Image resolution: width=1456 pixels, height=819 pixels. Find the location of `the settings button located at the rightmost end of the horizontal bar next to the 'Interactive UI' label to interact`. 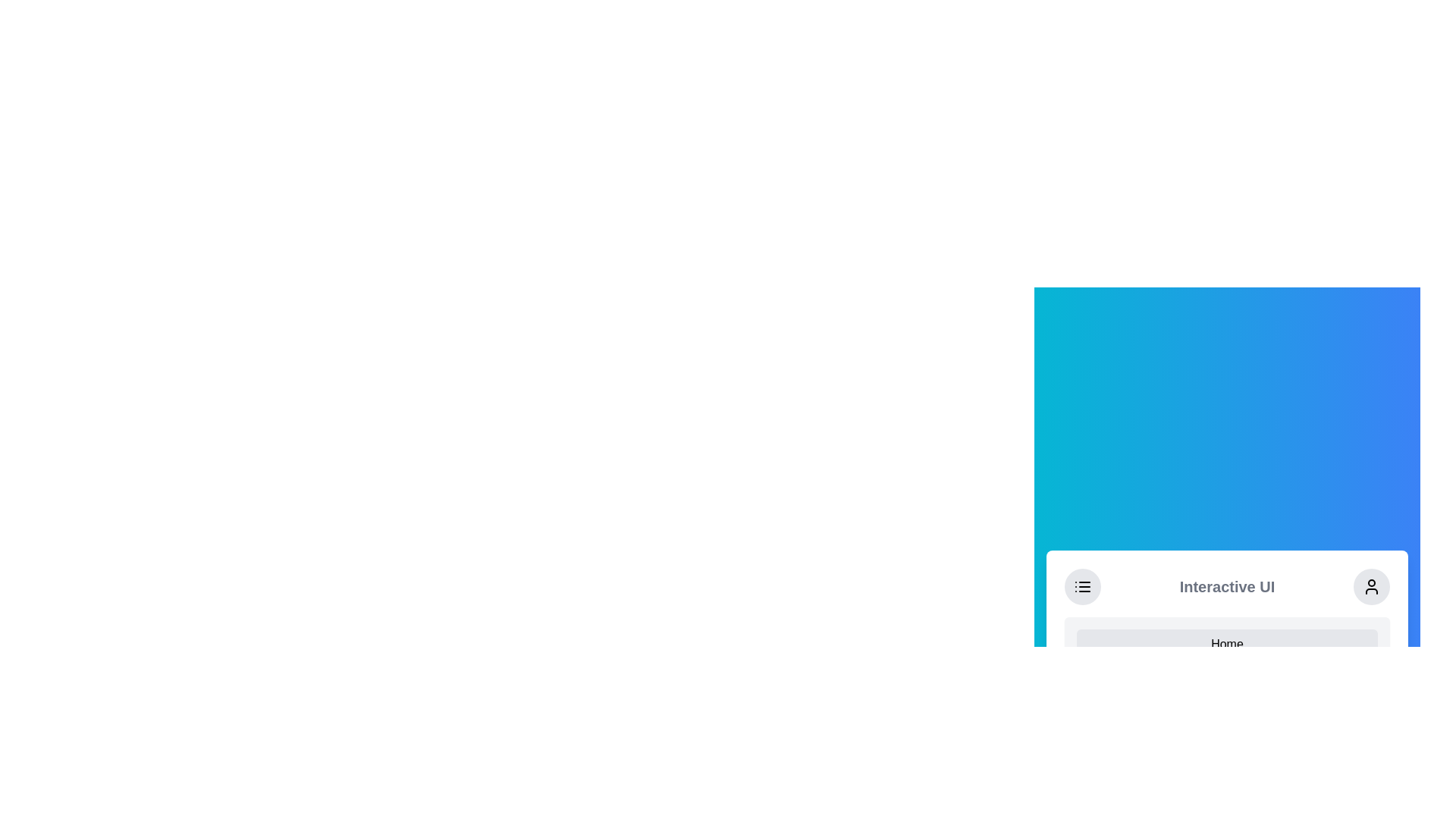

the settings button located at the rightmost end of the horizontal bar next to the 'Interactive UI' label to interact is located at coordinates (1372, 586).